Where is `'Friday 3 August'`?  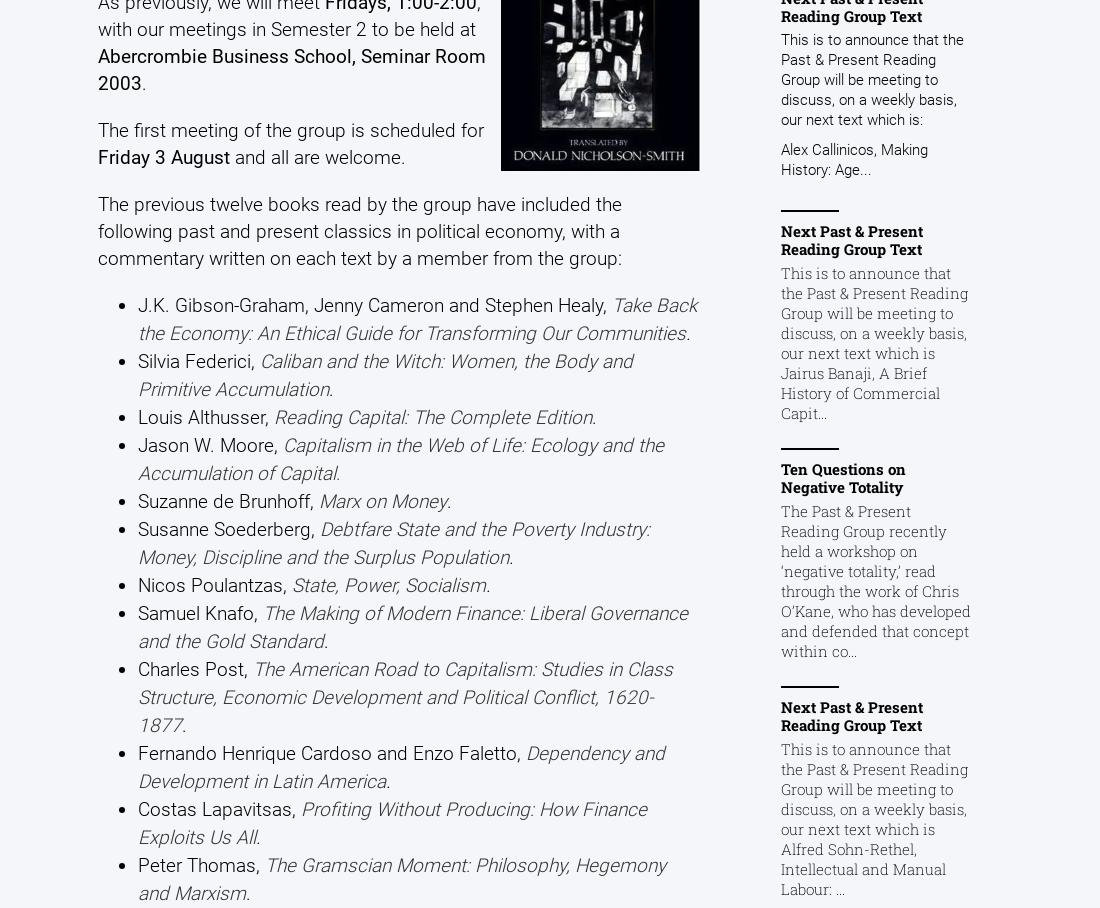
'Friday 3 August' is located at coordinates (97, 155).